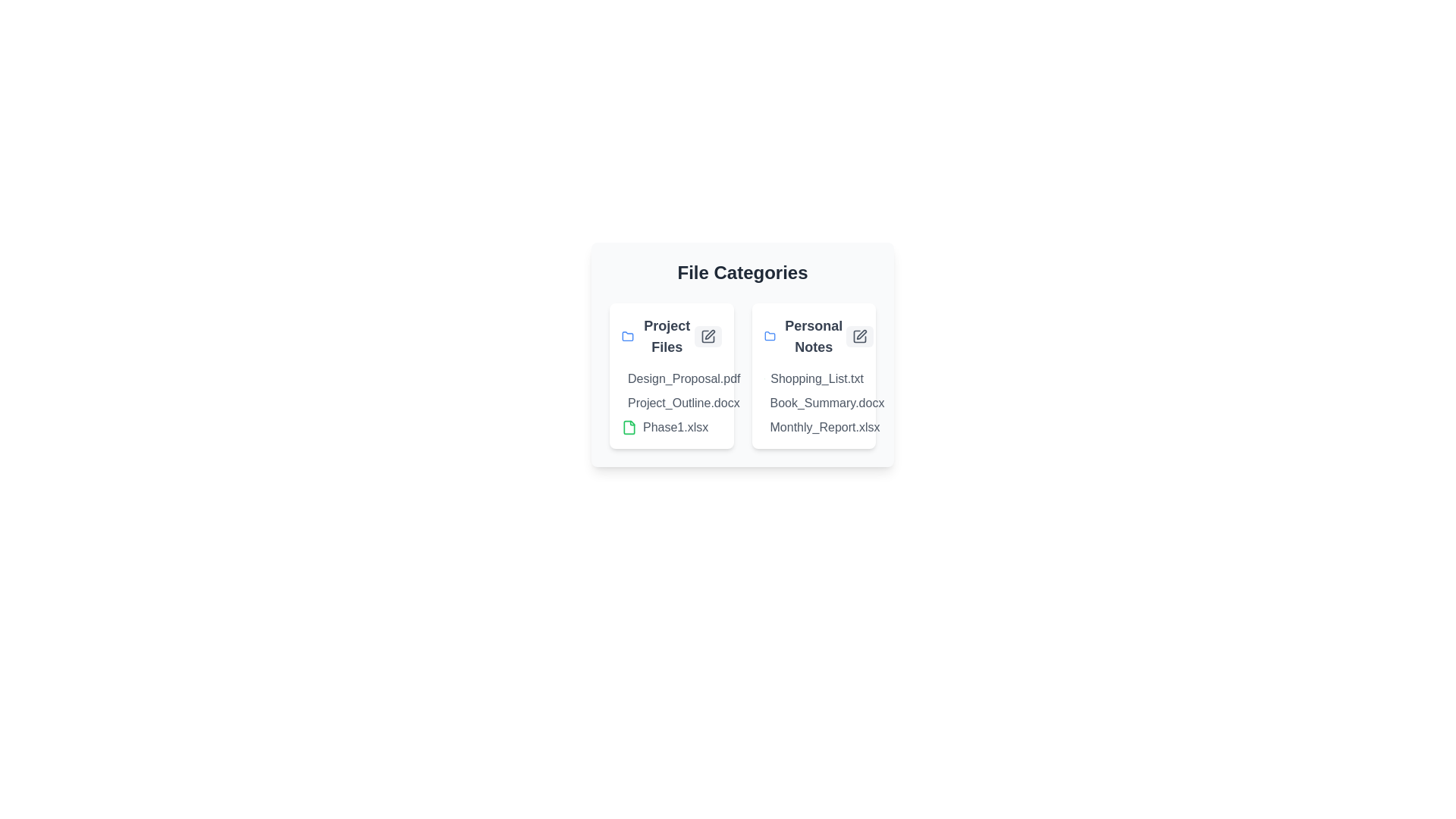 This screenshot has width=1456, height=819. Describe the element at coordinates (764, 378) in the screenshot. I see `the text of the document named Shopping_List.txt in the list` at that location.